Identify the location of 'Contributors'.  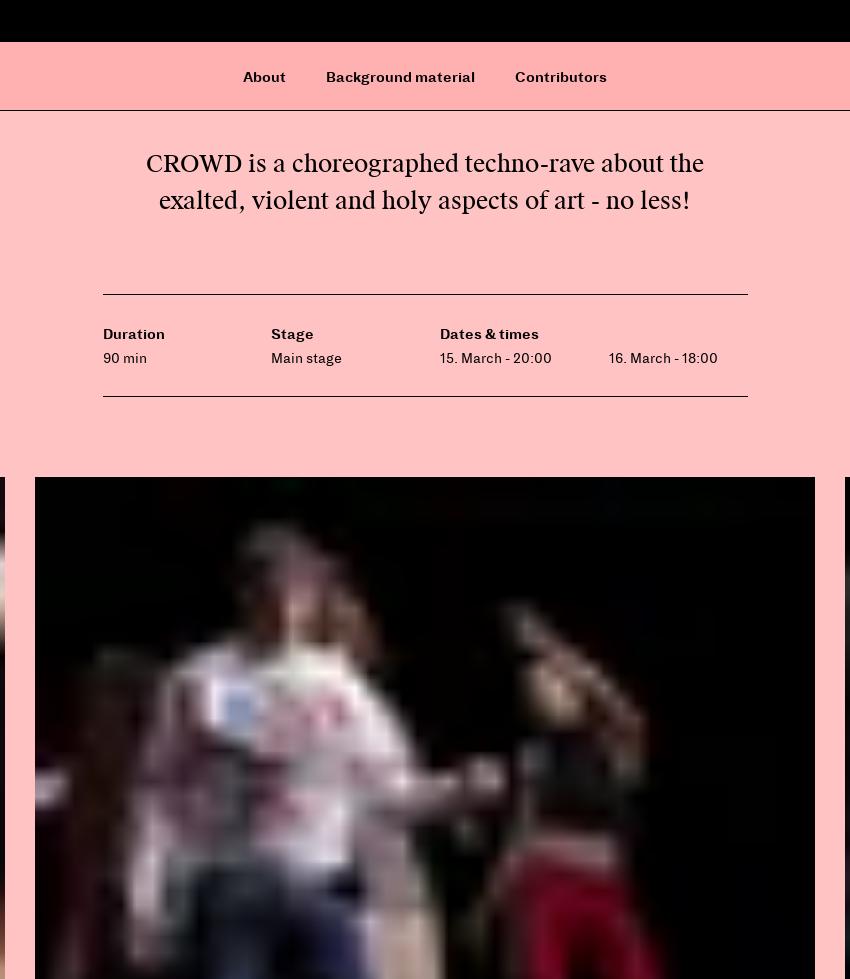
(561, 77).